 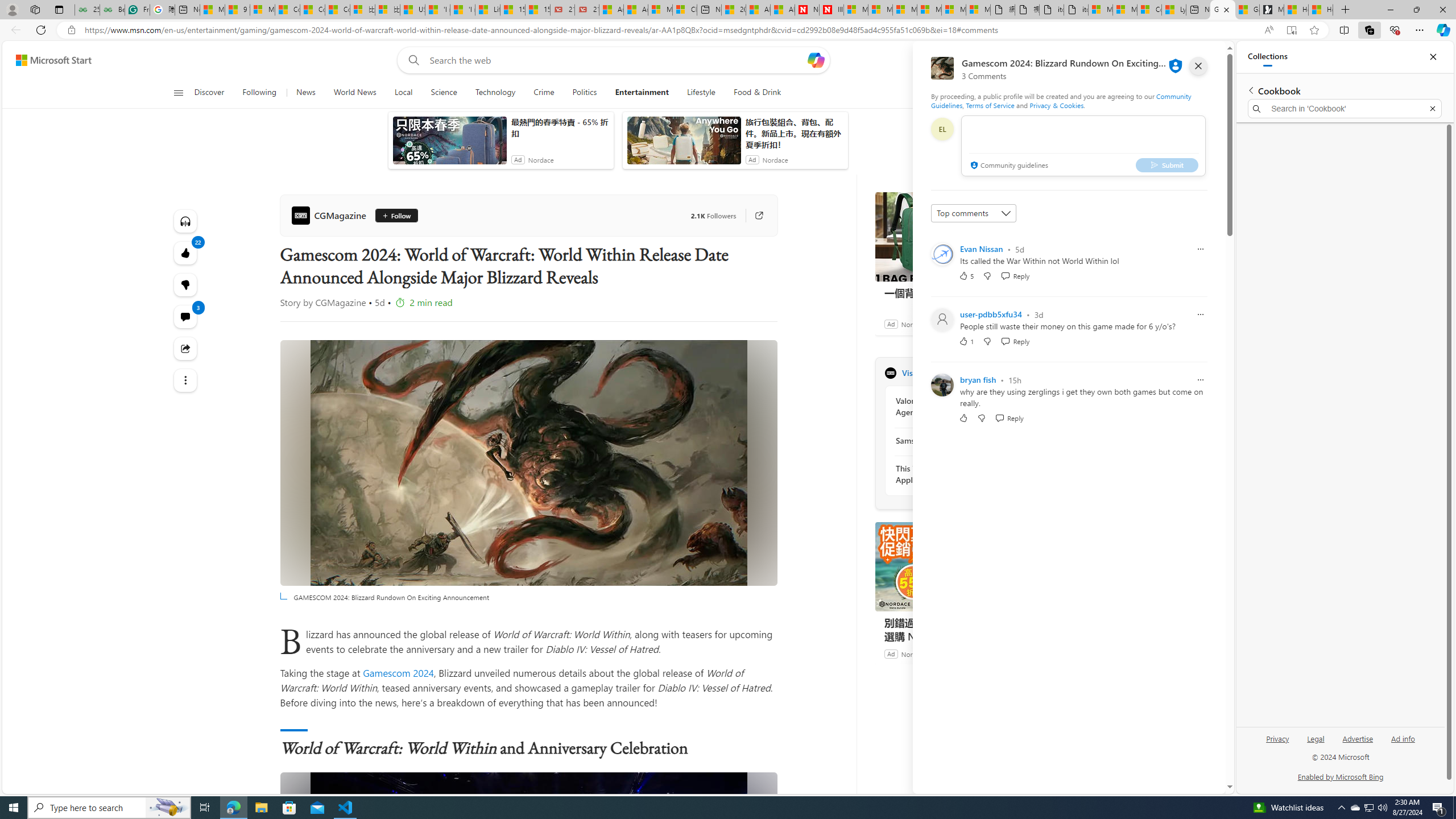 I want to click on 'Technology', so click(x=495, y=92).